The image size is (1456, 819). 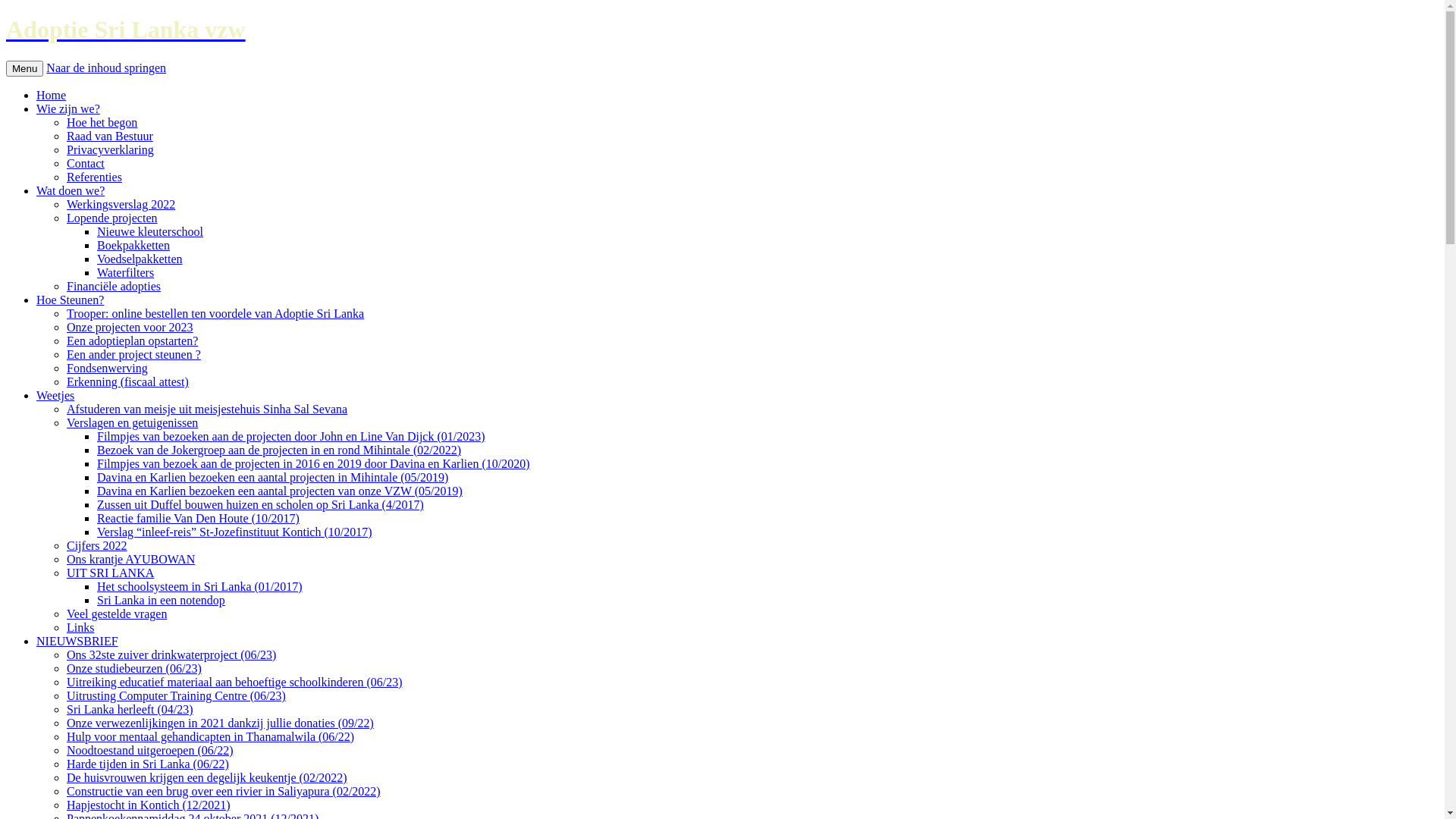 What do you see at coordinates (65, 749) in the screenshot?
I see `'Noodtoestand uitgeroepen (06/22)'` at bounding box center [65, 749].